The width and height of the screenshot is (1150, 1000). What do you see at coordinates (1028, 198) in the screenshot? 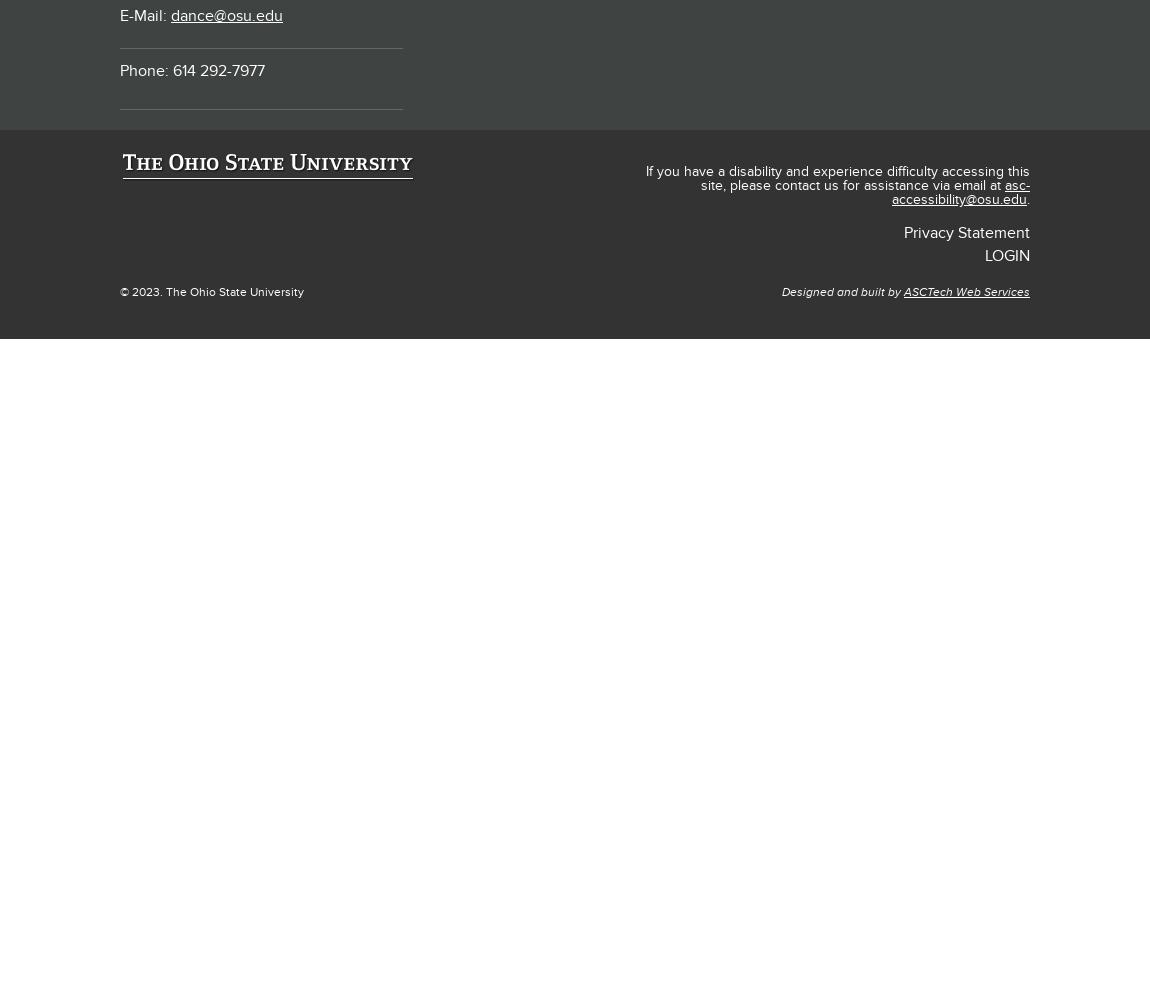
I see `'.'` at bounding box center [1028, 198].